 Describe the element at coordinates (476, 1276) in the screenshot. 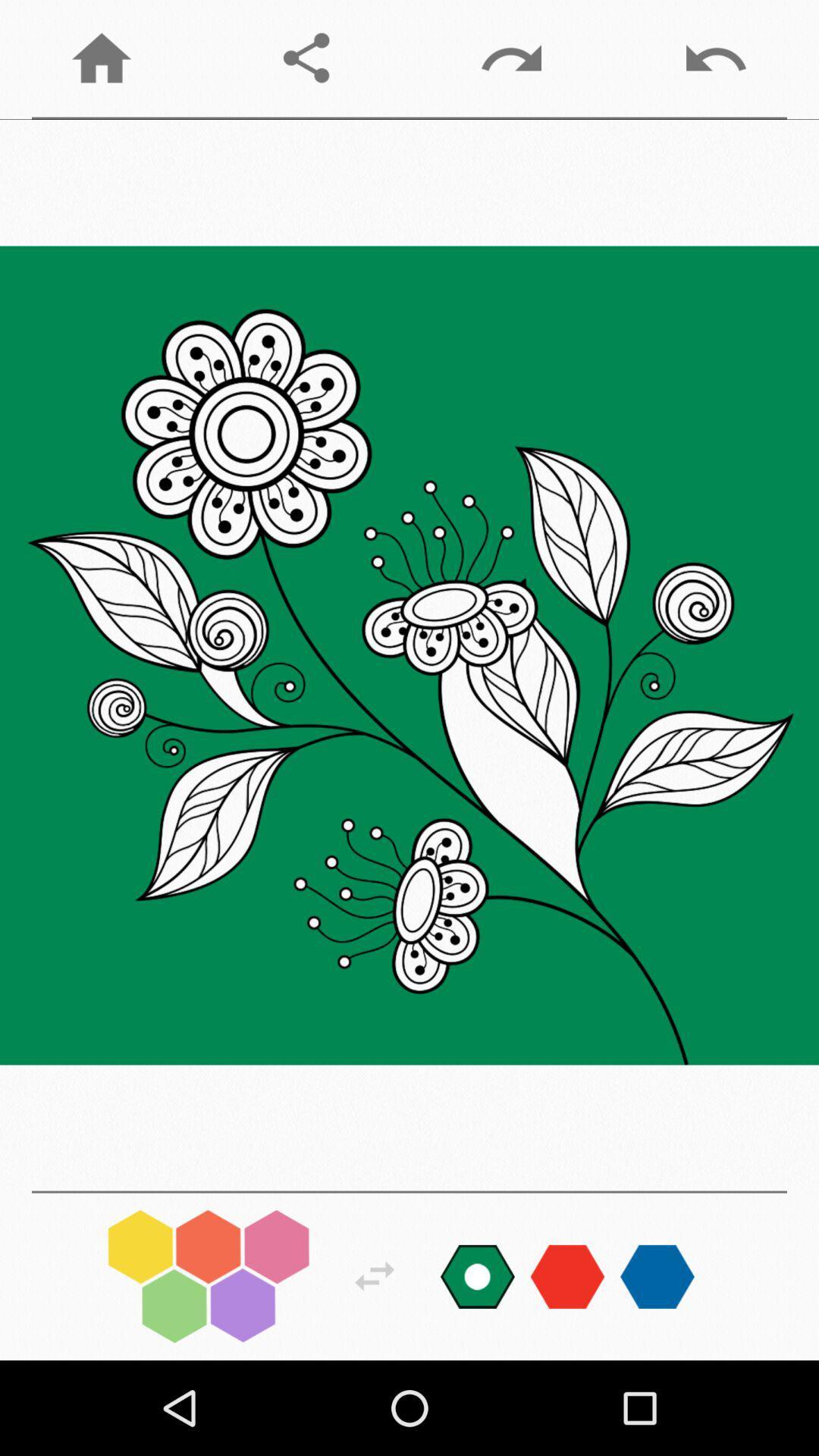

I see `the national_flag icon` at that location.